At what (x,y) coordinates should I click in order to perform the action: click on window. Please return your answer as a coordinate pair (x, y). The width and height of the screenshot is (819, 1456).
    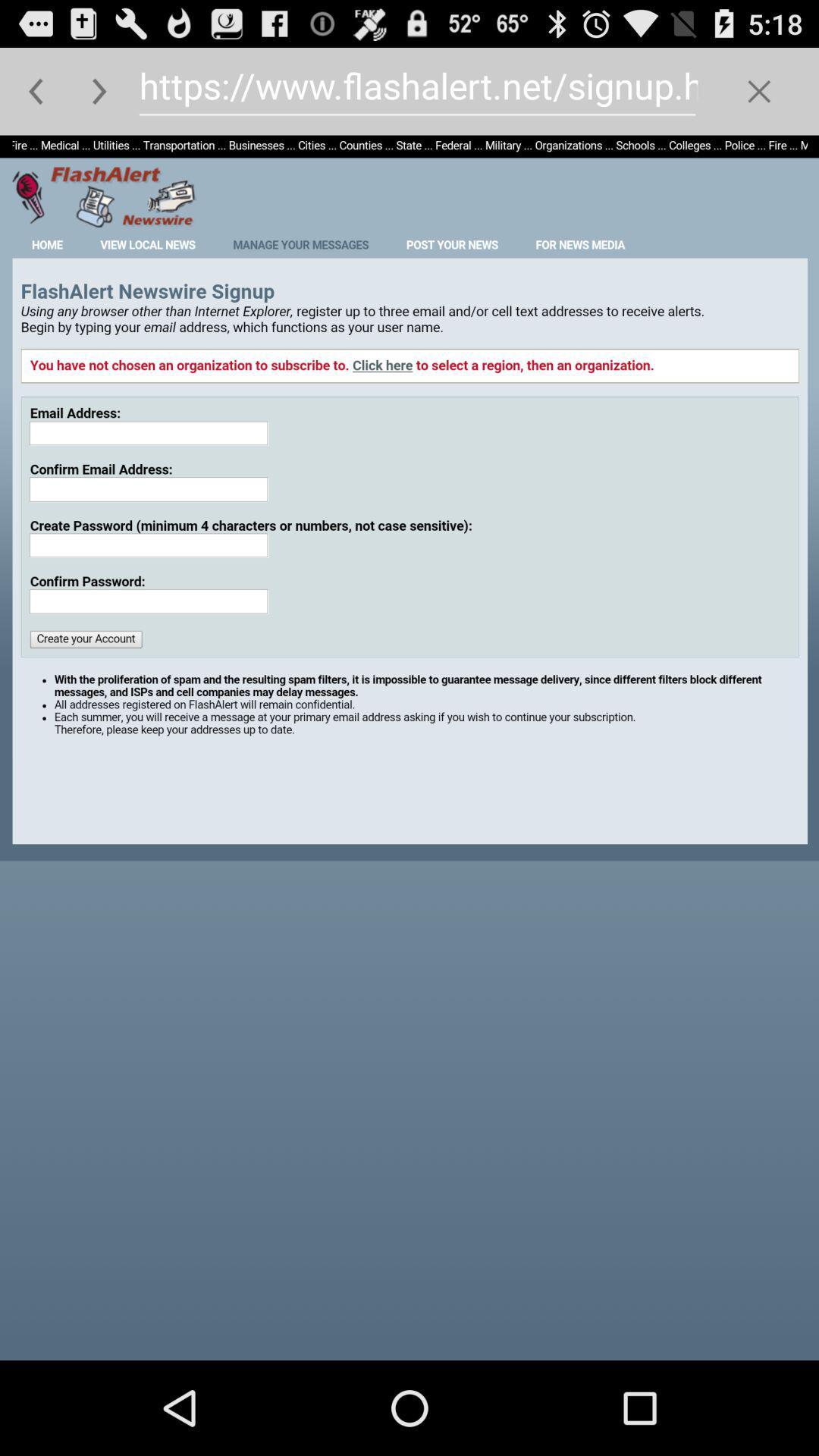
    Looking at the image, I should click on (759, 90).